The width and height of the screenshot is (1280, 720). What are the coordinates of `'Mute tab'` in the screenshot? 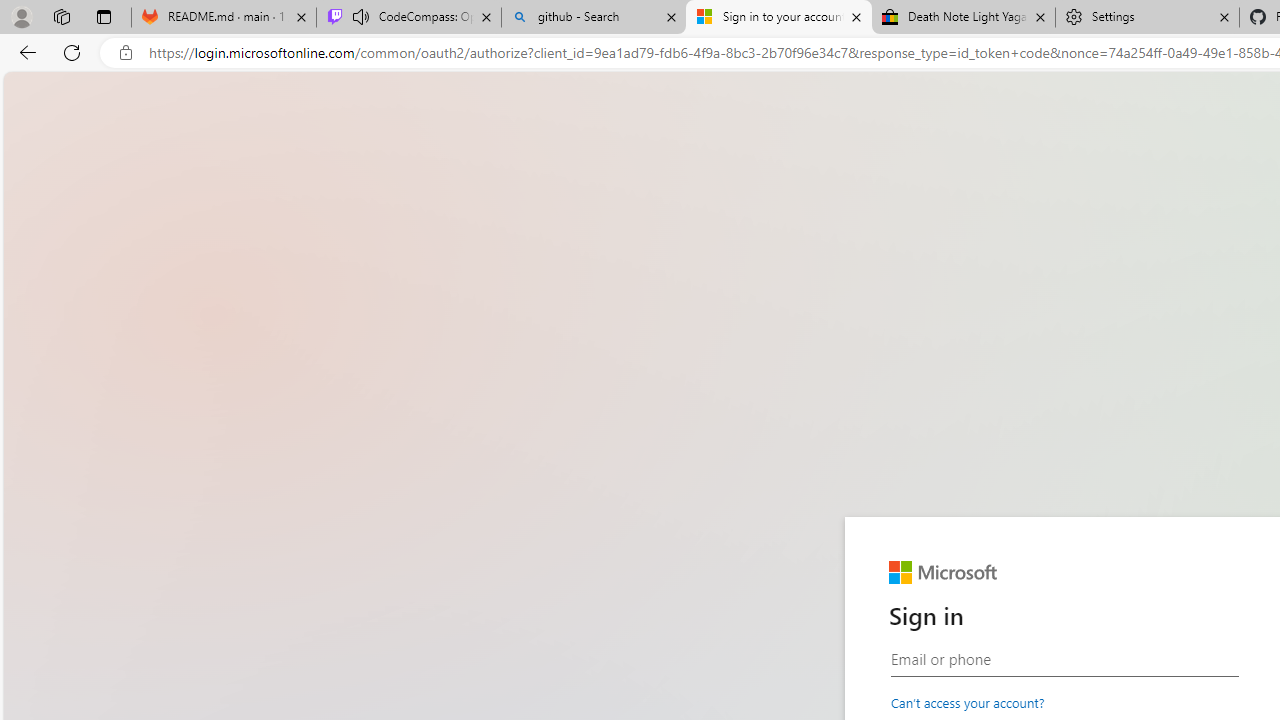 It's located at (360, 16).